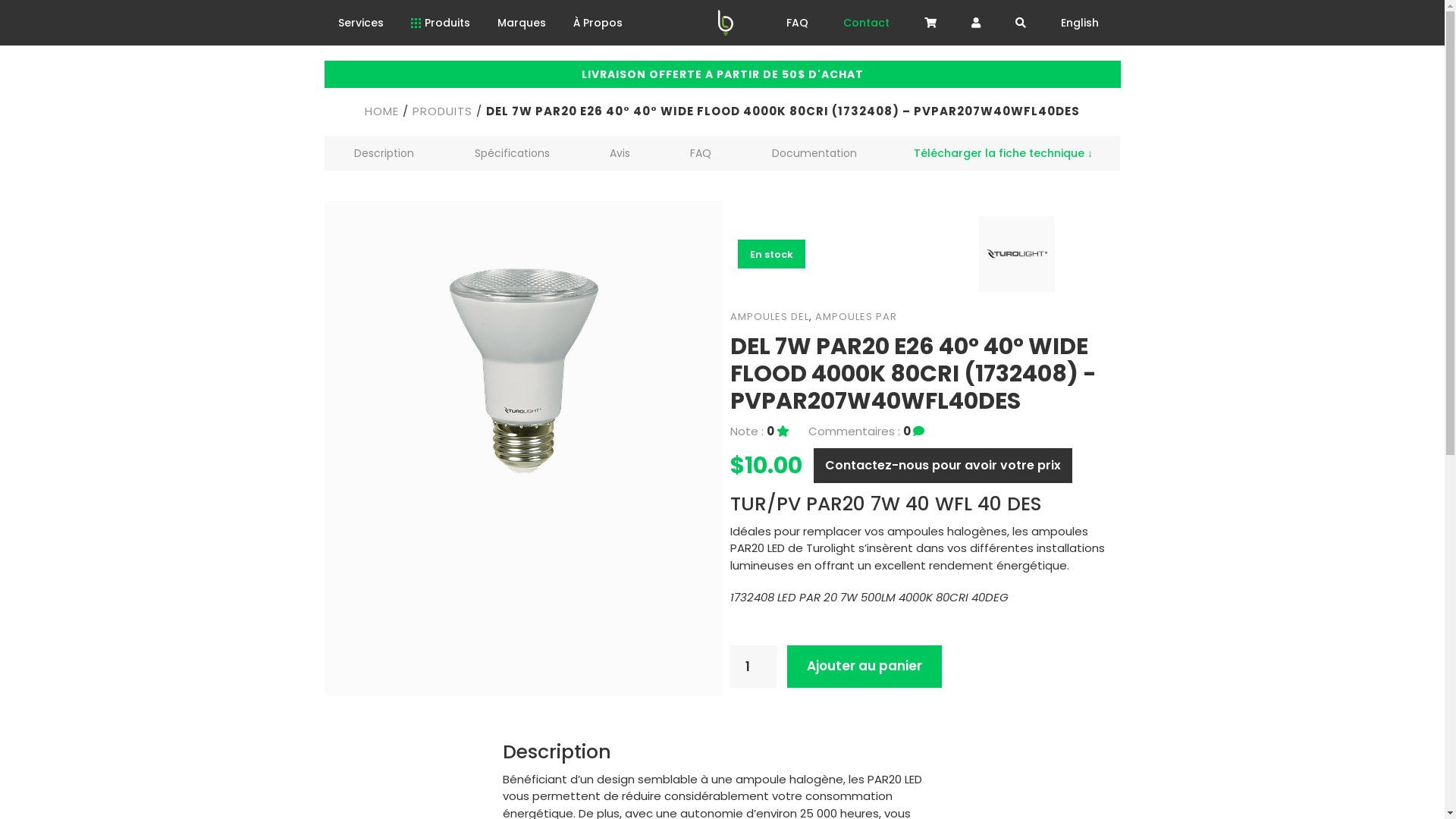 Image resolution: width=1456 pixels, height=819 pixels. What do you see at coordinates (866, 23) in the screenshot?
I see `'Contact'` at bounding box center [866, 23].